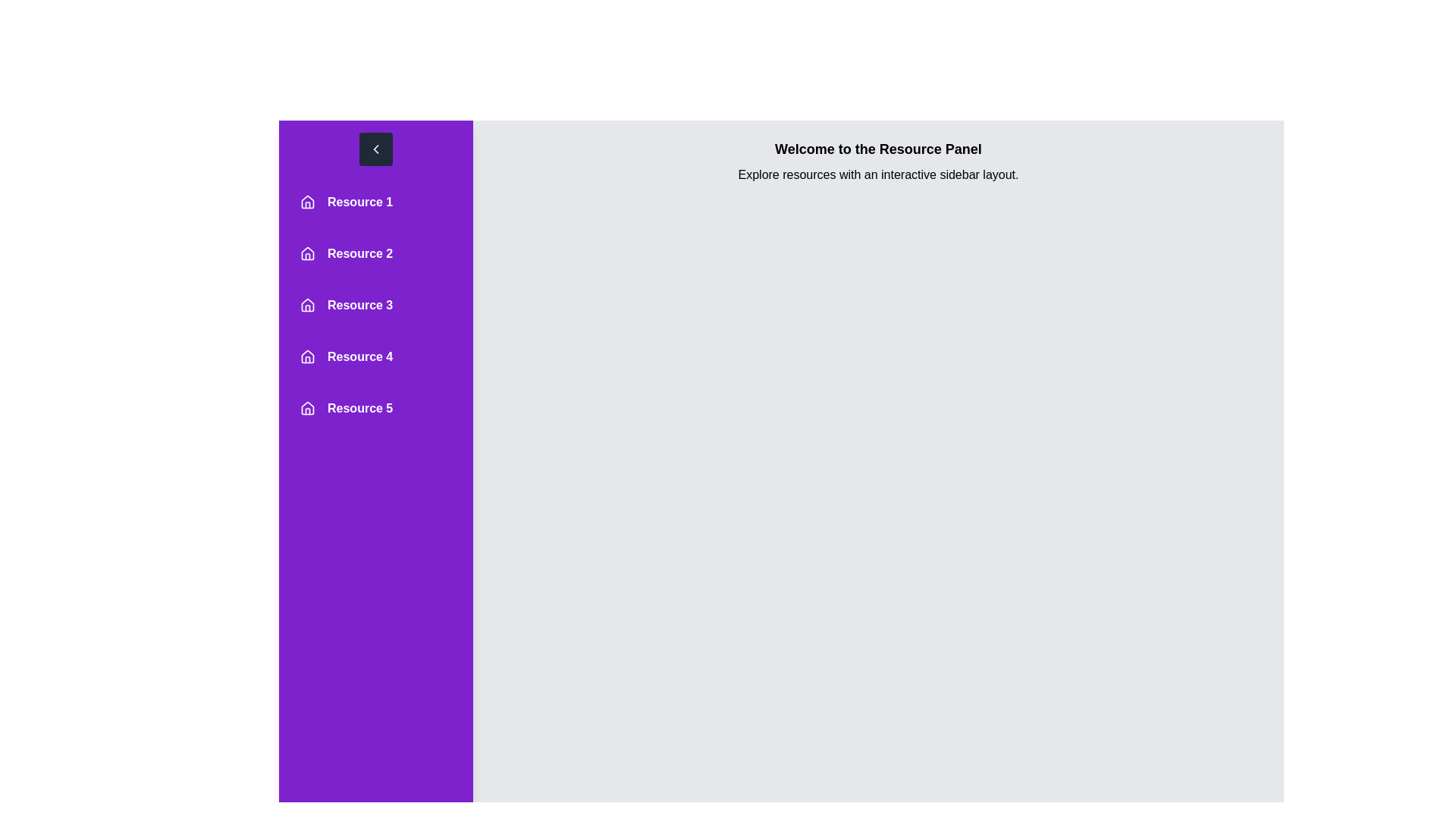 The width and height of the screenshot is (1456, 819). I want to click on the resource entry corresponding to Resource 4, so click(375, 356).